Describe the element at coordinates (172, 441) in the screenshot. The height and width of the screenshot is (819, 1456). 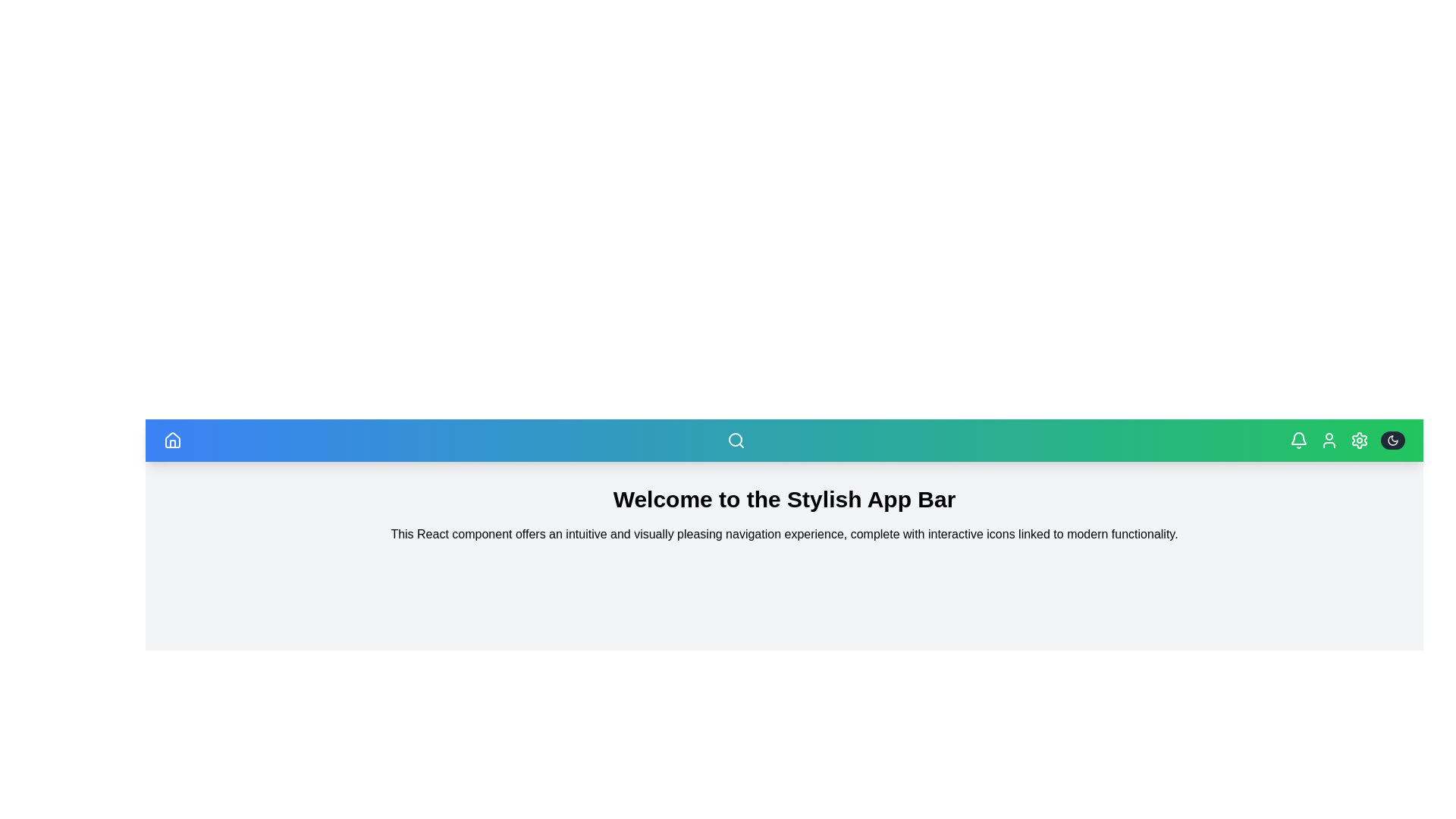
I see `Home icon to navigate to the home page` at that location.